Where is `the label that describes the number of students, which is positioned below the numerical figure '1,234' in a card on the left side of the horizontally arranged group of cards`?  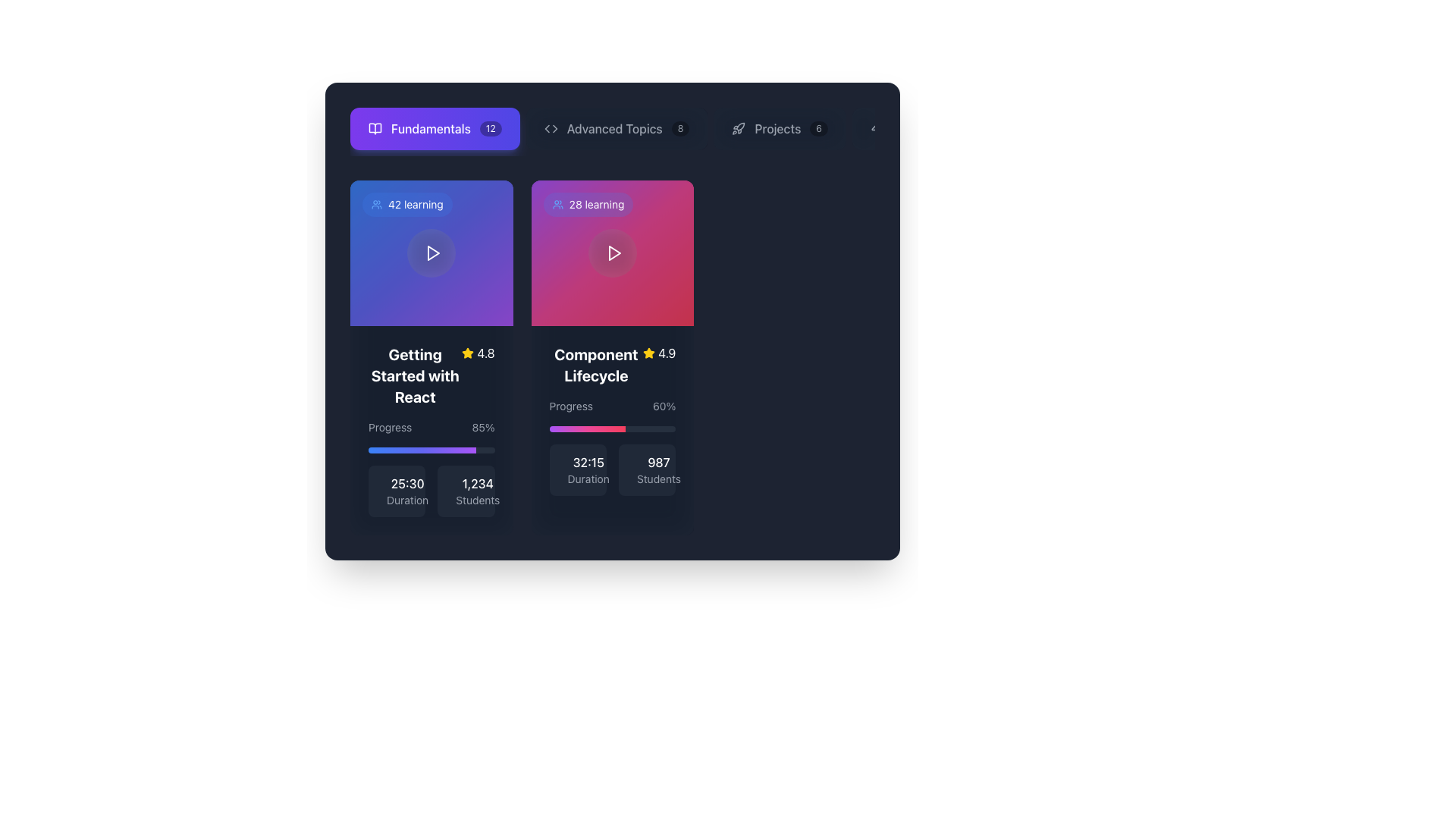
the label that describes the number of students, which is positioned below the numerical figure '1,234' in a card on the left side of the horizontally arranged group of cards is located at coordinates (477, 500).